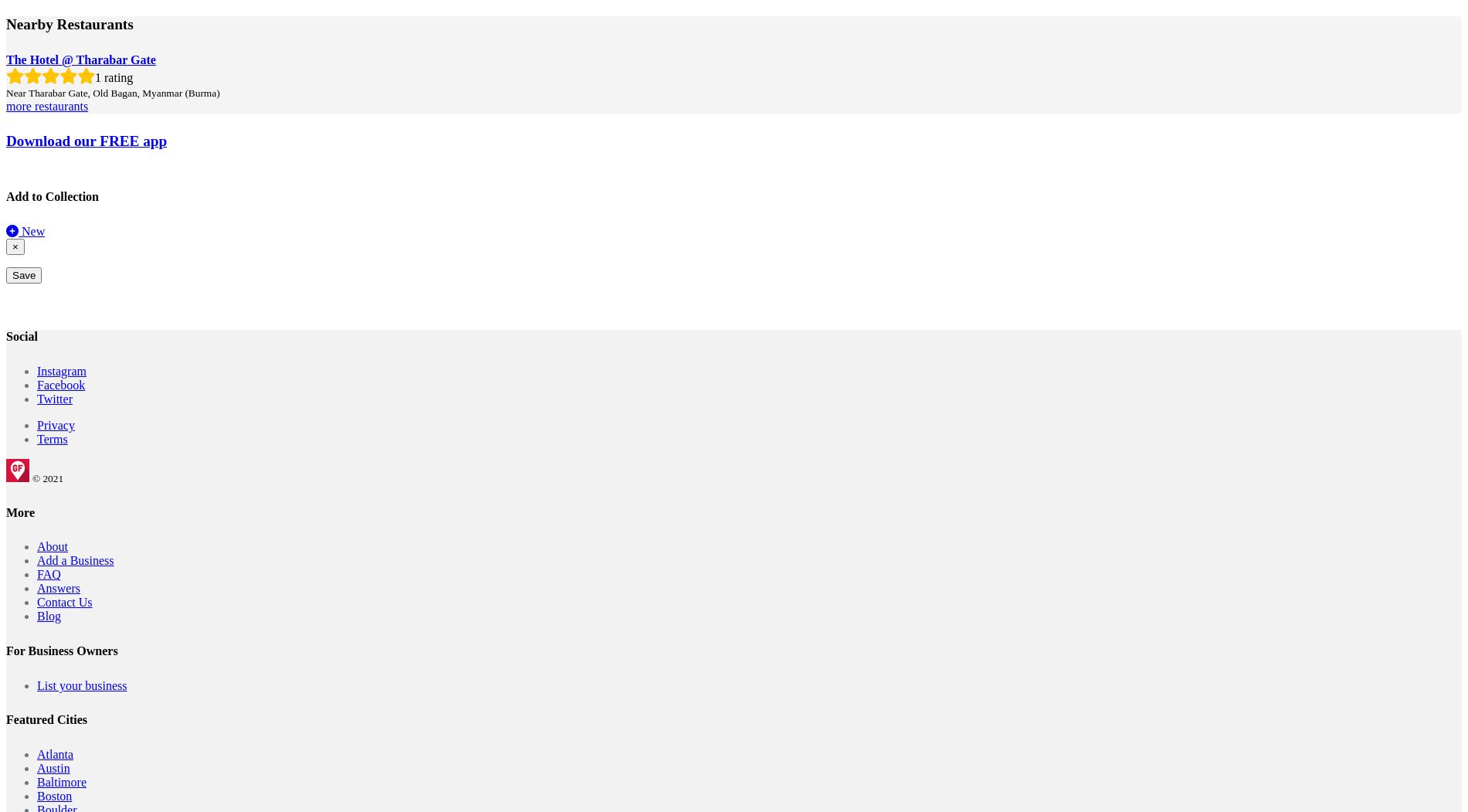 Image resolution: width=1468 pixels, height=812 pixels. Describe the element at coordinates (61, 384) in the screenshot. I see `'Facebook'` at that location.